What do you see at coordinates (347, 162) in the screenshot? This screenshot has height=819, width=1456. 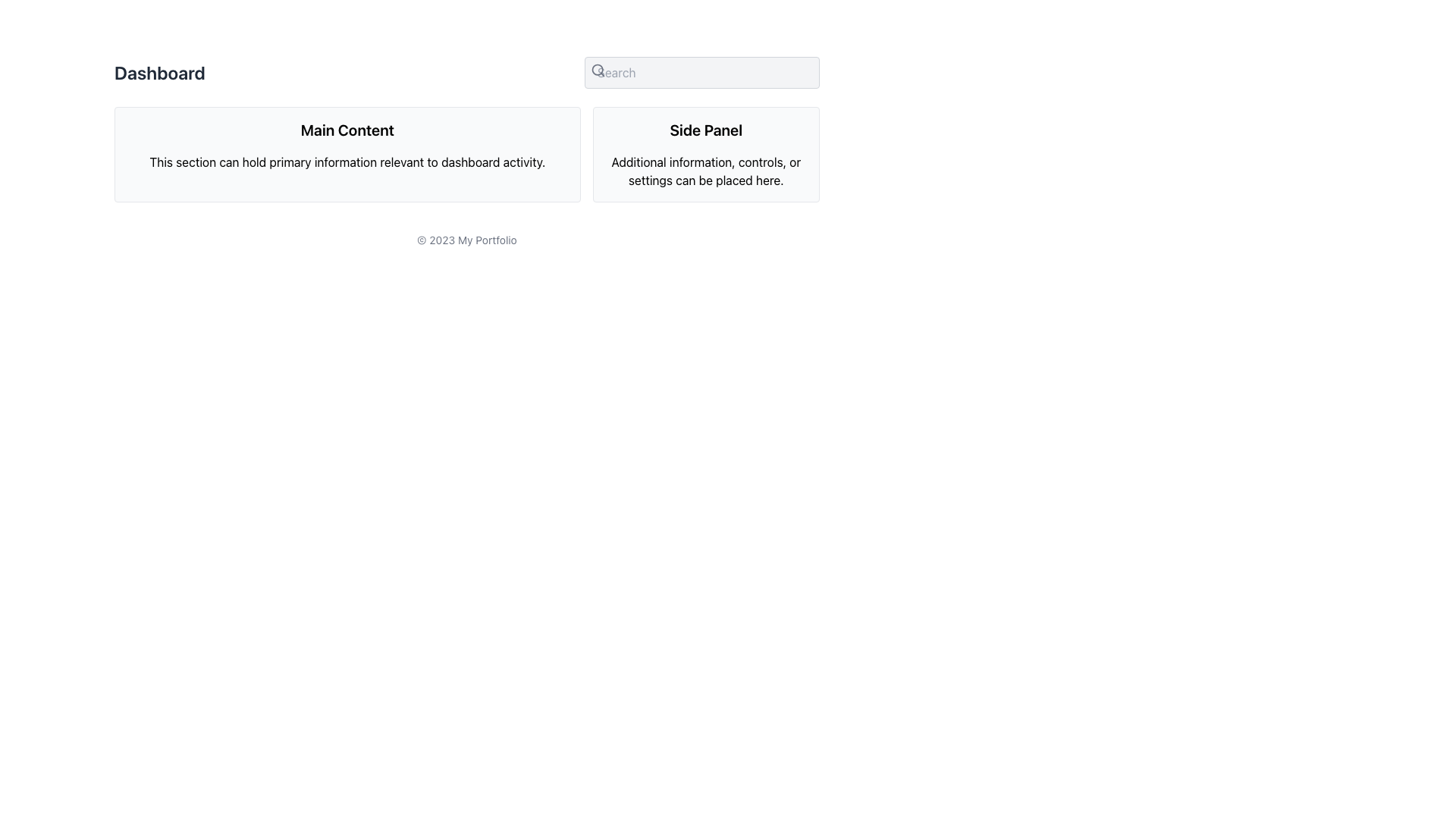 I see `the text block that contains the message 'This section can hold primary information relevant to dashboard activity.' positioned below the header 'Main Content.'` at bounding box center [347, 162].